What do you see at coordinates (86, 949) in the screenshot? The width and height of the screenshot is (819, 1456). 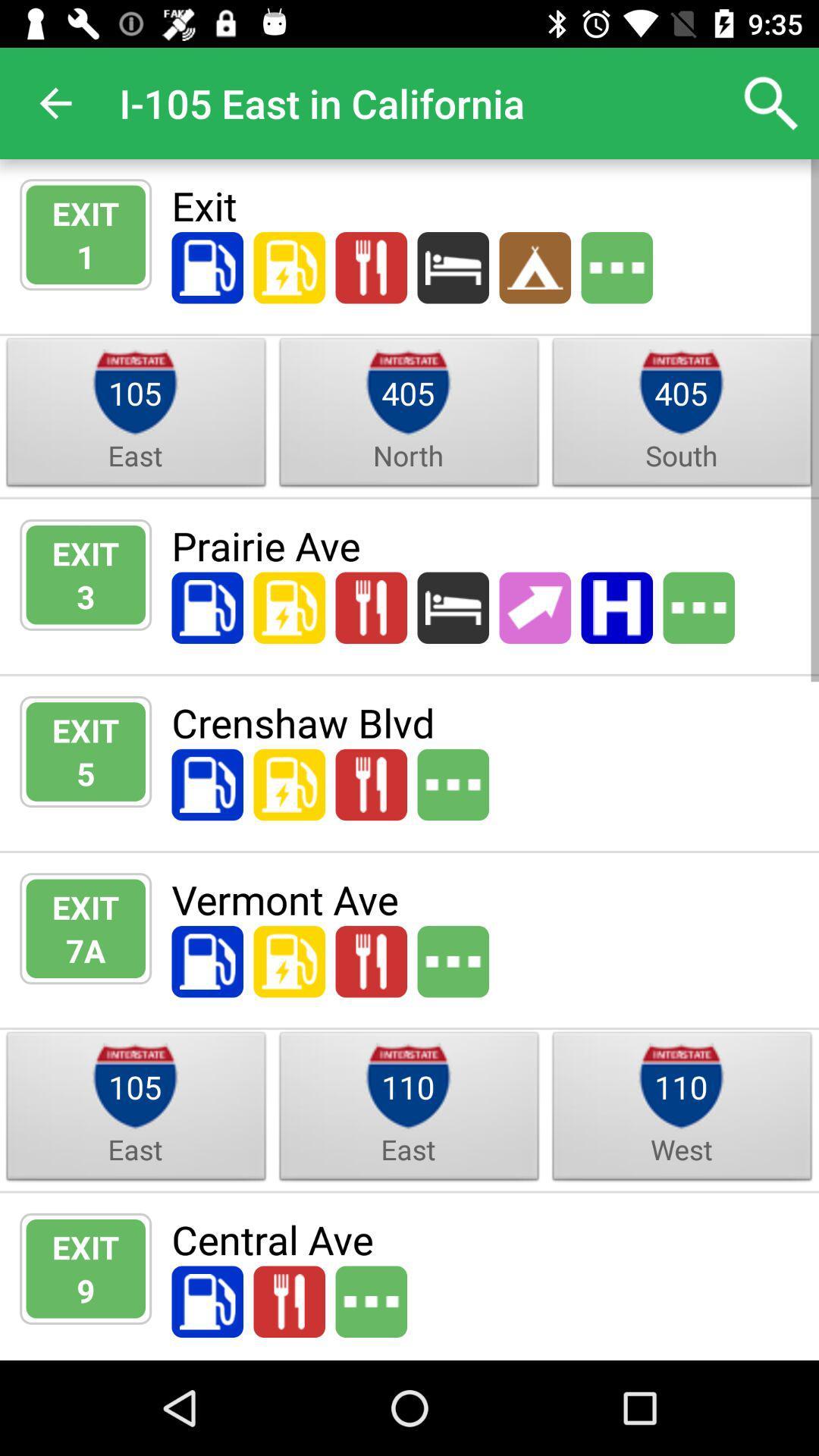 I see `item below exit item` at bounding box center [86, 949].